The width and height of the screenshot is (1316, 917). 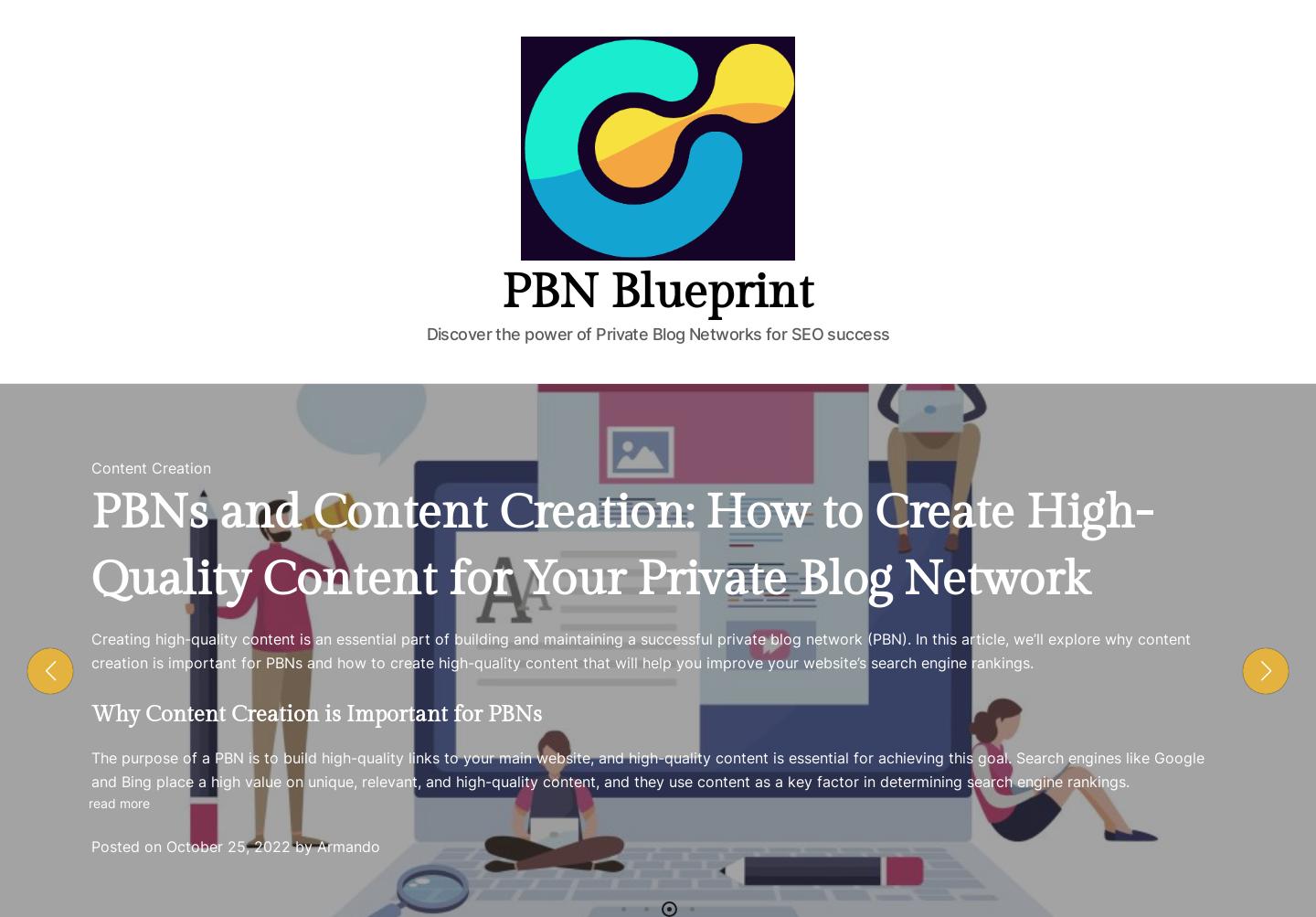 I want to click on 'April 4, 2022', so click(x=1003, y=265).